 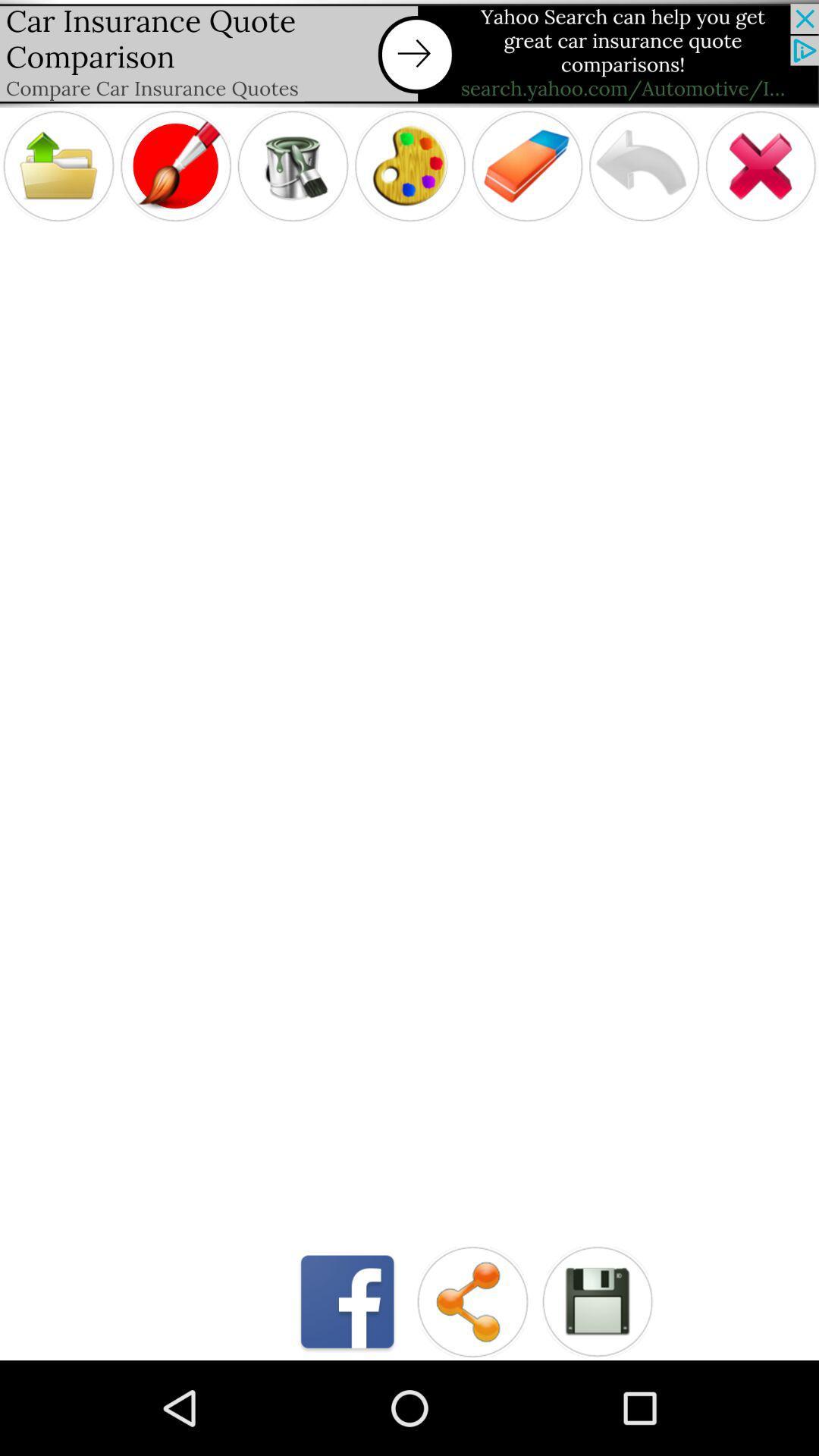 What do you see at coordinates (526, 166) in the screenshot?
I see `ereser` at bounding box center [526, 166].